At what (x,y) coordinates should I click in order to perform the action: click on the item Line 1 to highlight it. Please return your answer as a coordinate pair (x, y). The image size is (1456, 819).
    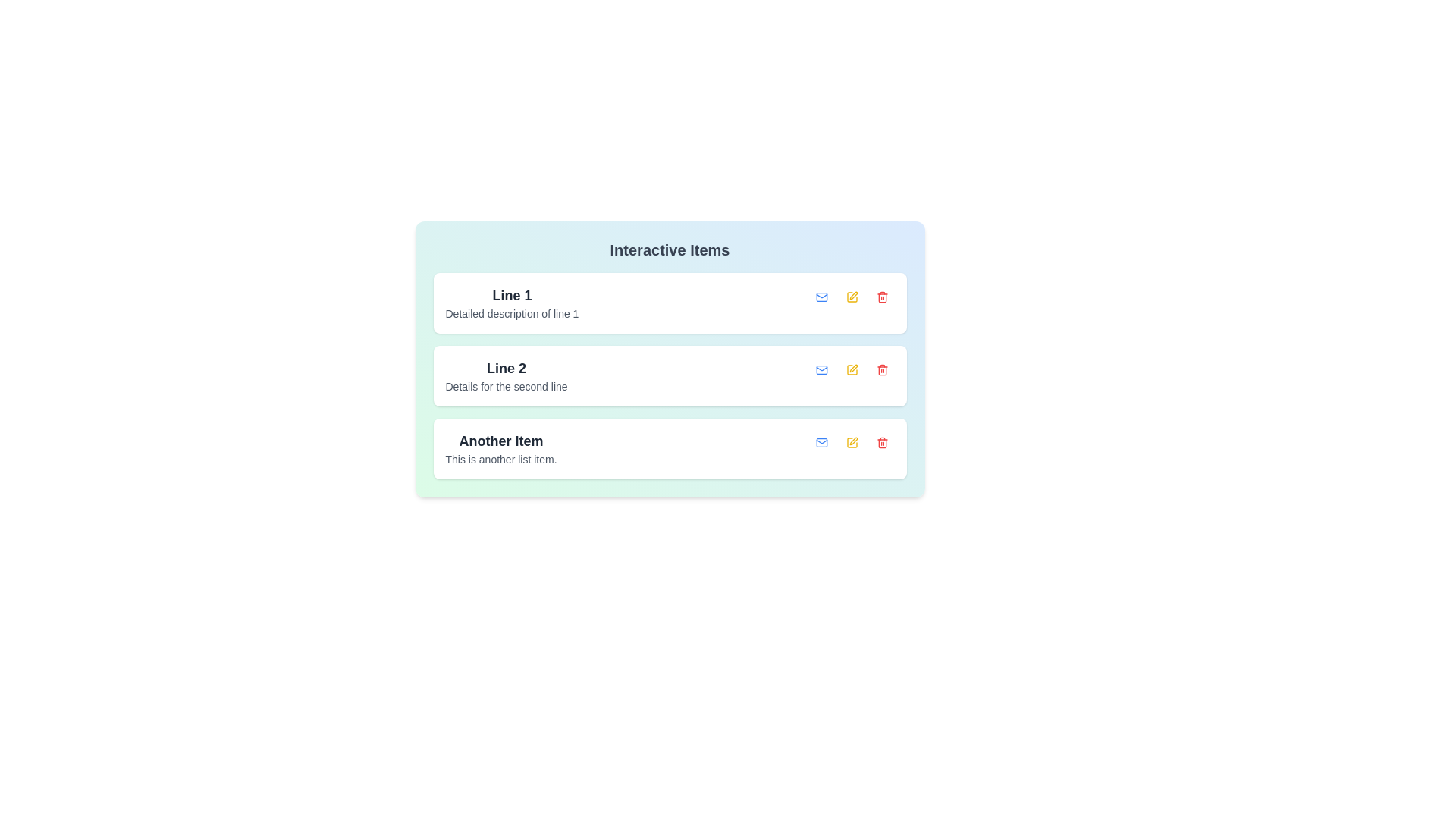
    Looking at the image, I should click on (512, 303).